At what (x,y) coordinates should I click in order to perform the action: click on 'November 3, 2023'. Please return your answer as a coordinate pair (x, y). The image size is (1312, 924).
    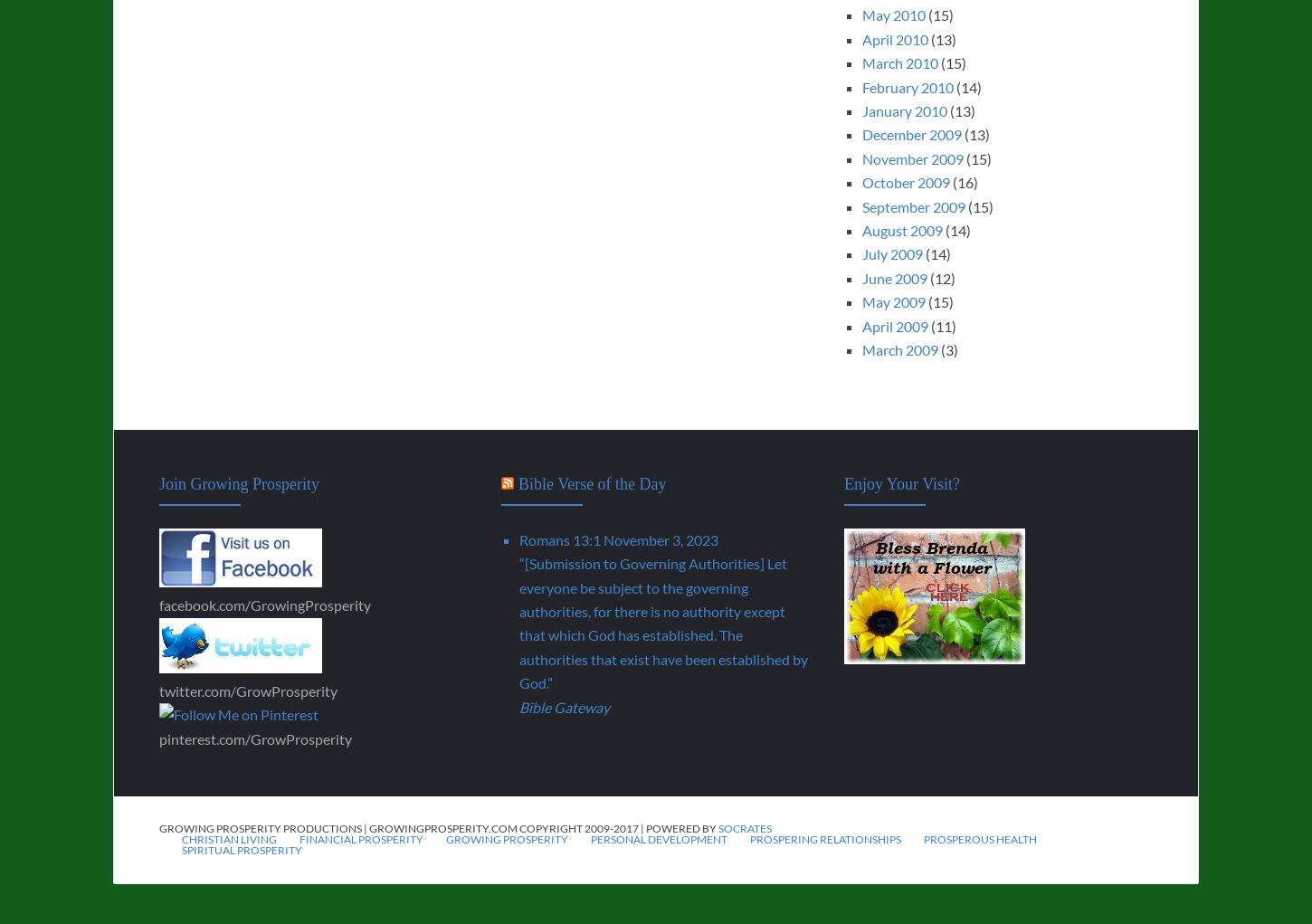
    Looking at the image, I should click on (661, 538).